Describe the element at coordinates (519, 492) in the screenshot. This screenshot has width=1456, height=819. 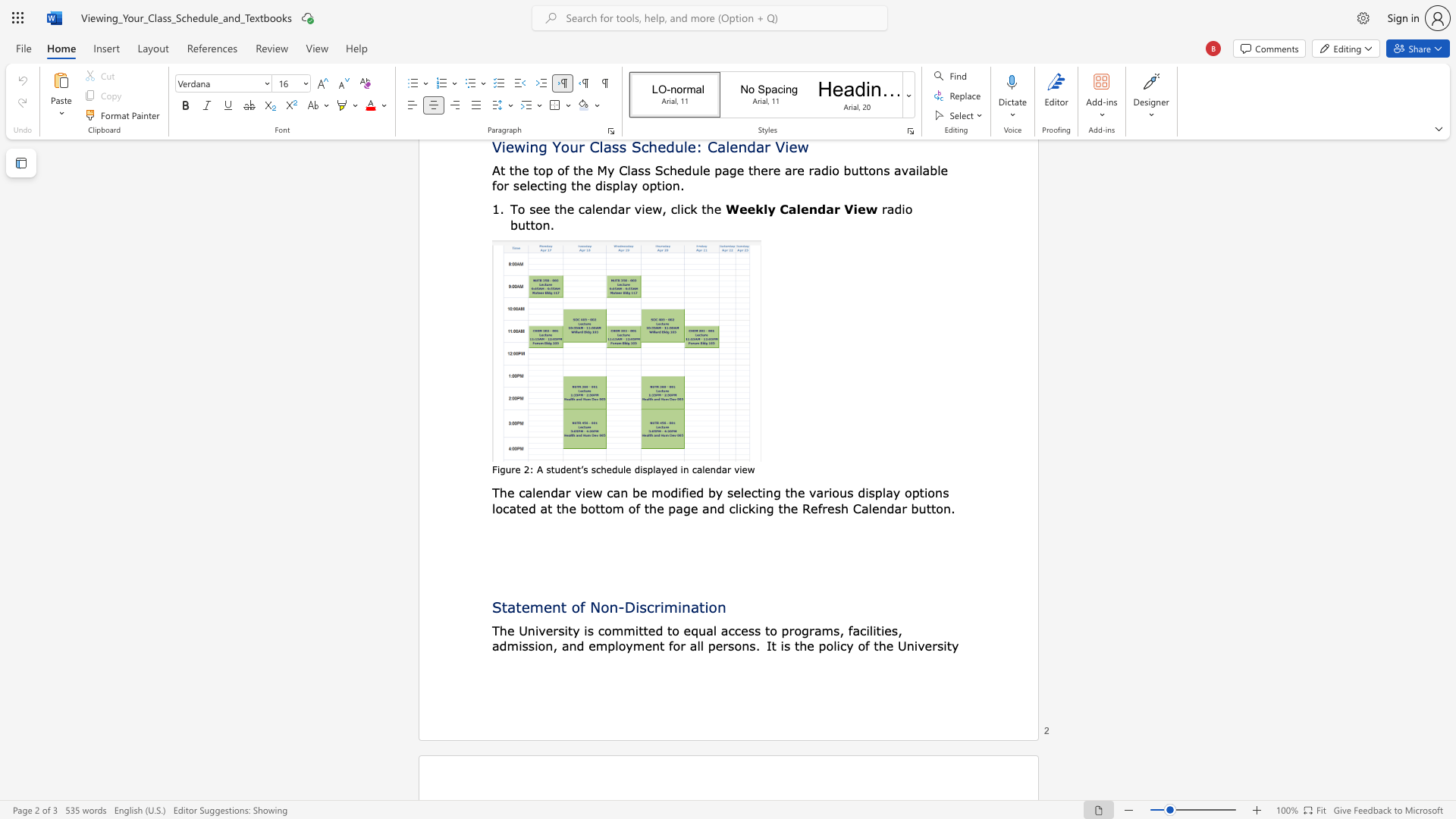
I see `the subset text "calendar view can b" within the text "The calendar view can be"` at that location.